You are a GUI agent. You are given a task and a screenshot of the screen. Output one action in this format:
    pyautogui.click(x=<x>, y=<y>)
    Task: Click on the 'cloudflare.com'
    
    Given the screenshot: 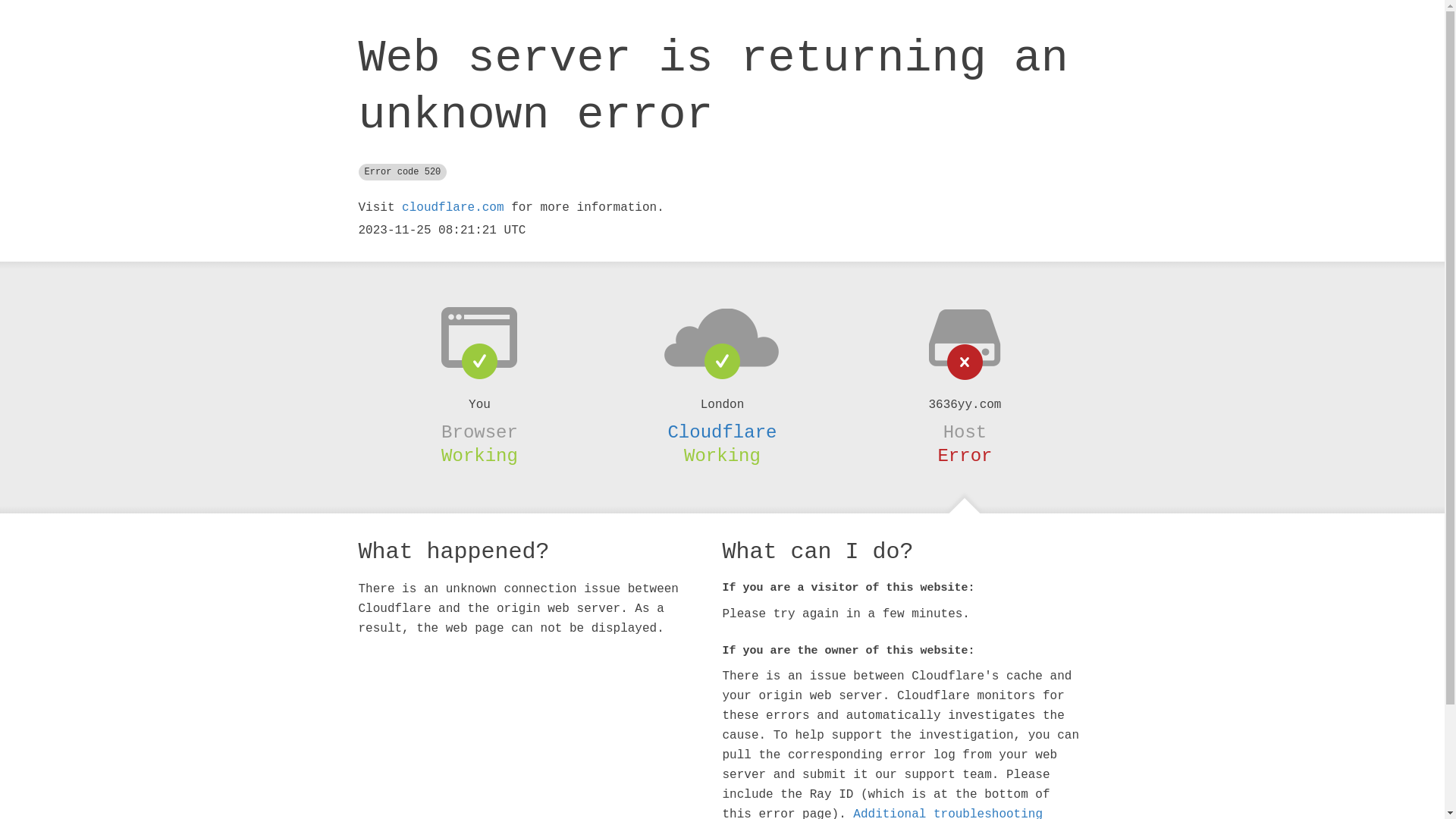 What is the action you would take?
    pyautogui.click(x=451, y=207)
    